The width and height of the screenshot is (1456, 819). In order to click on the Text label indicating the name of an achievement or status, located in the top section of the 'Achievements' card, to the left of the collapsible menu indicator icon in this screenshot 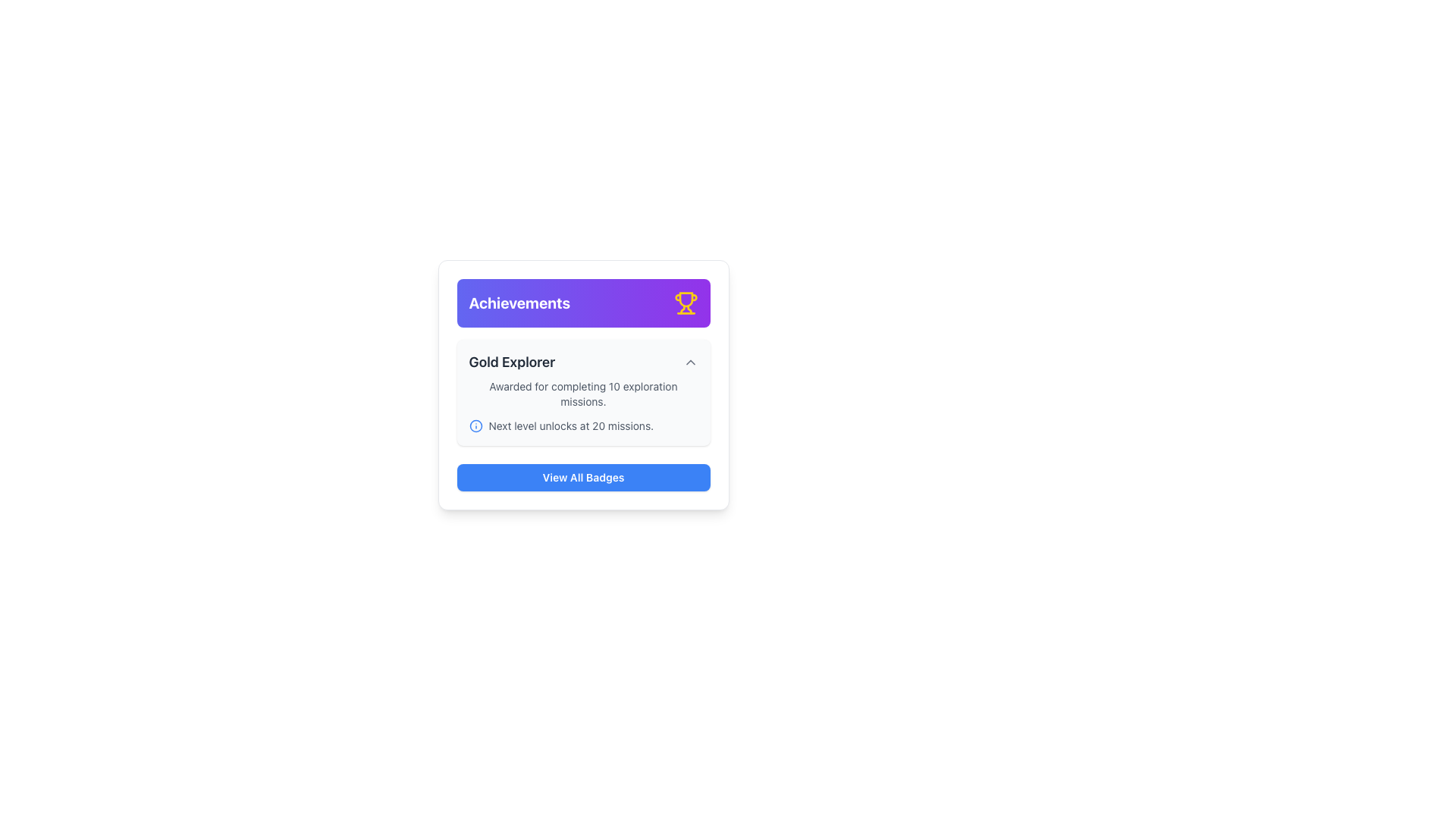, I will do `click(512, 362)`.